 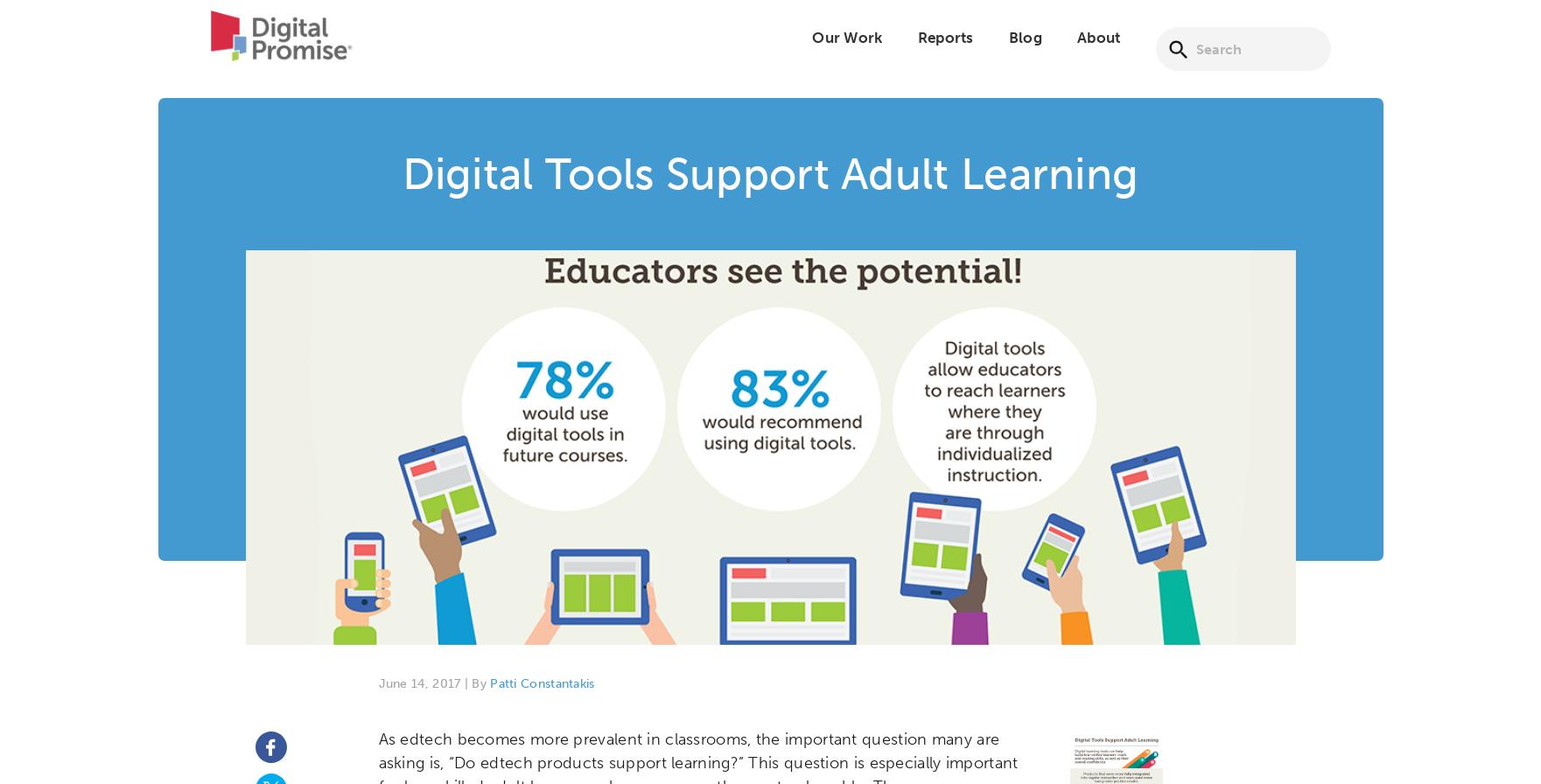 I want to click on 'Micro-credentials', so click(x=779, y=64).